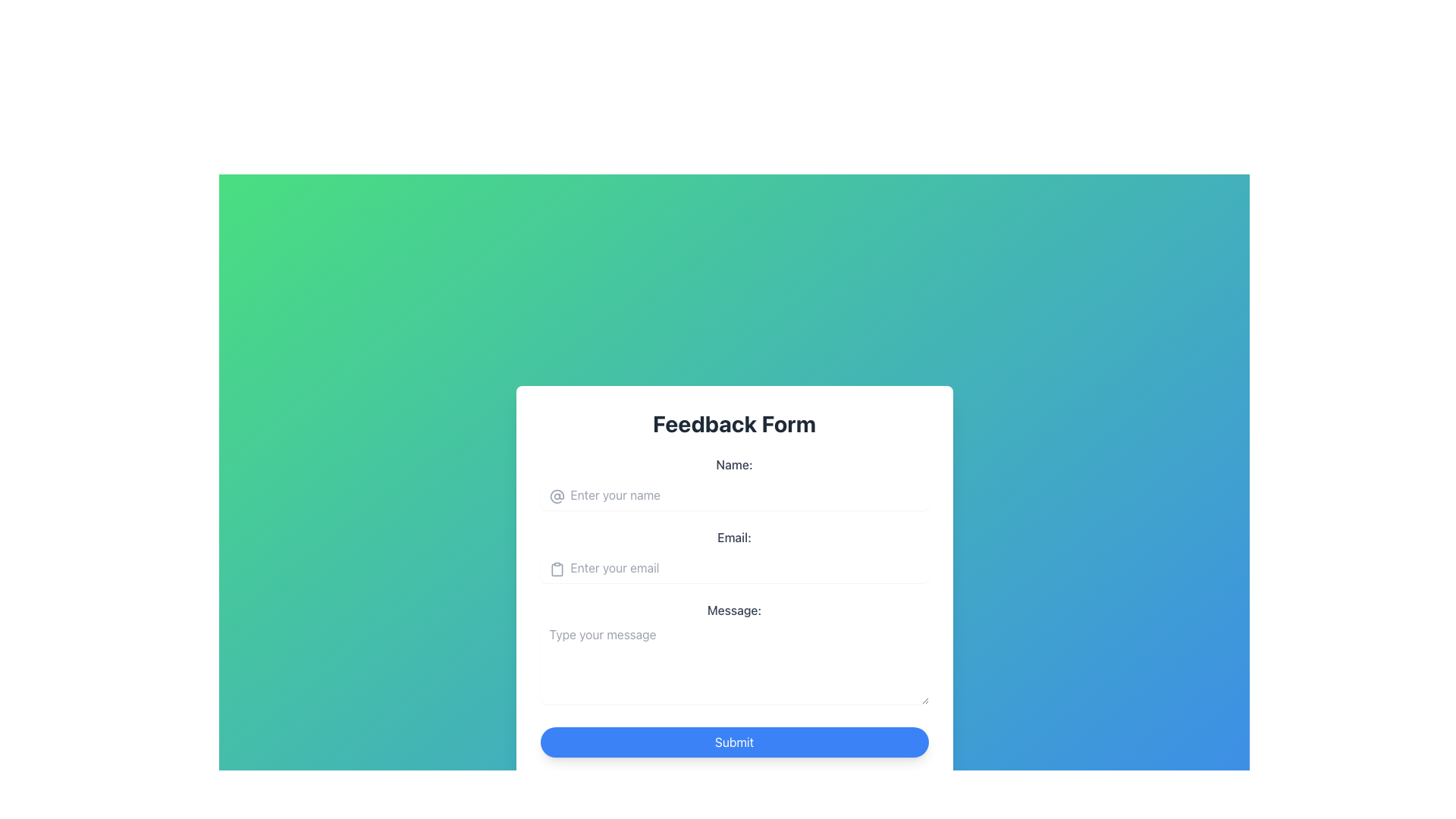  Describe the element at coordinates (734, 424) in the screenshot. I see `the header text element that provides the title for the form, located at the top-center position above the input fields` at that location.